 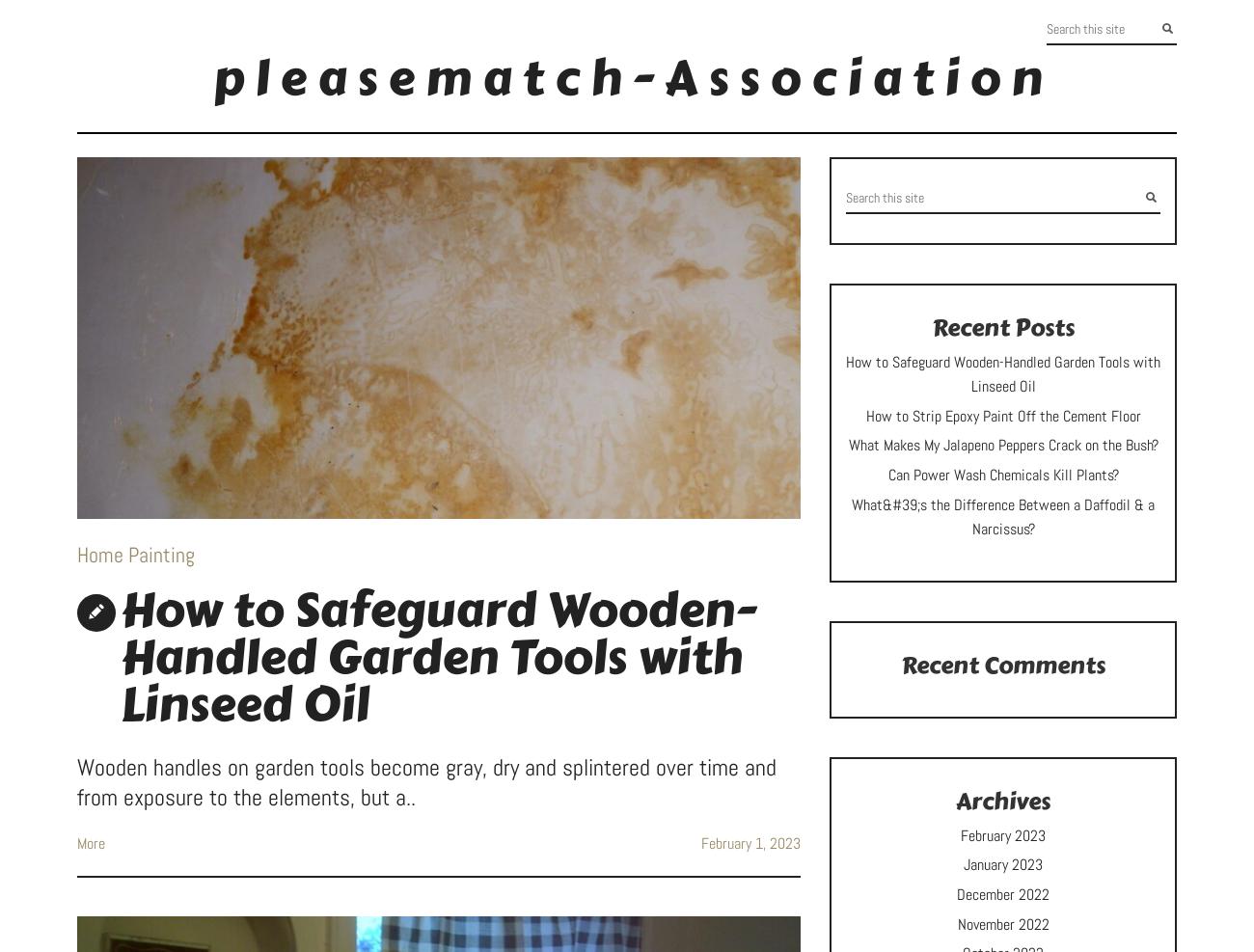 What do you see at coordinates (1003, 863) in the screenshot?
I see `'January 2023'` at bounding box center [1003, 863].